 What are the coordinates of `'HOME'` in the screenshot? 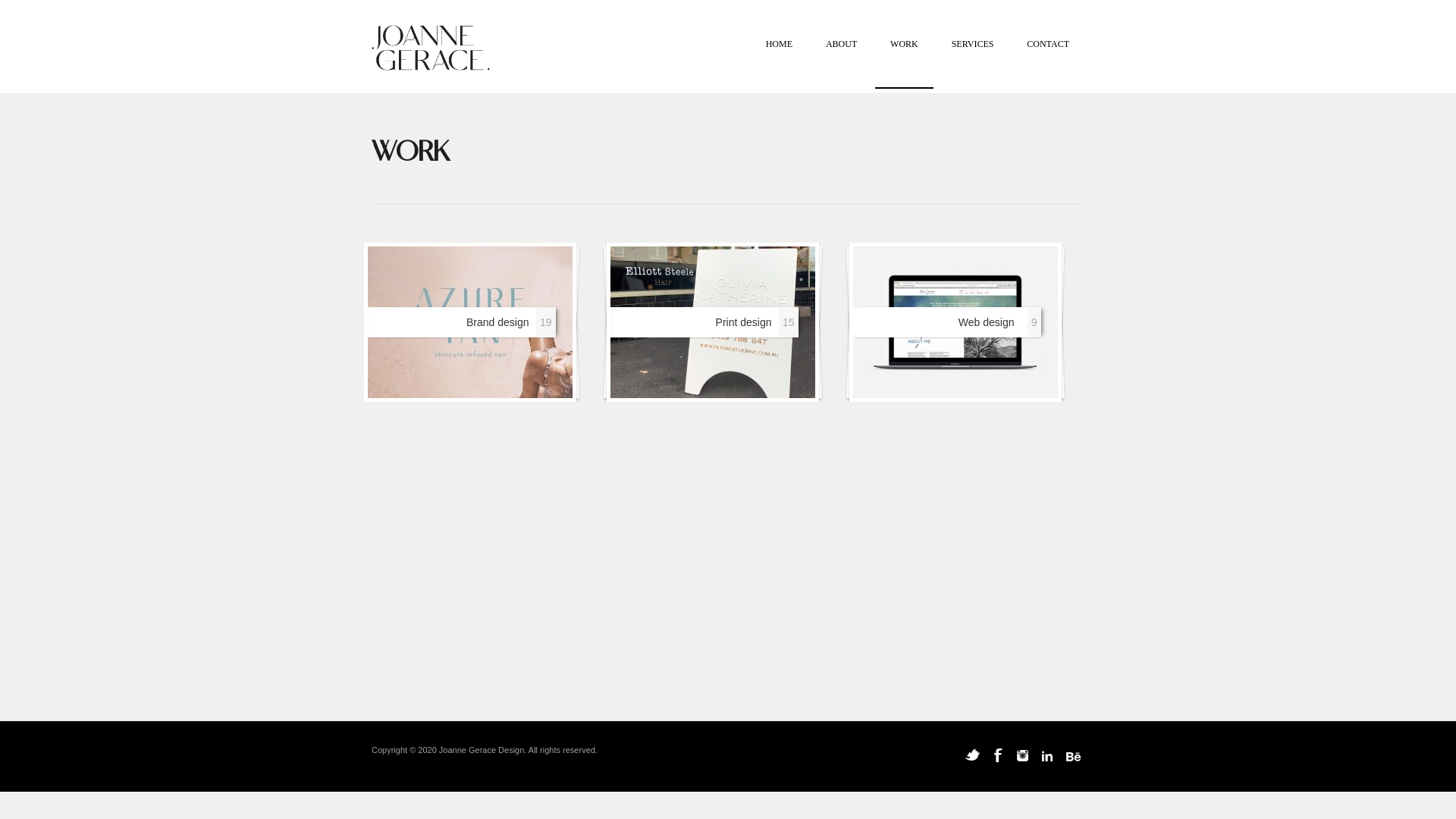 It's located at (779, 62).